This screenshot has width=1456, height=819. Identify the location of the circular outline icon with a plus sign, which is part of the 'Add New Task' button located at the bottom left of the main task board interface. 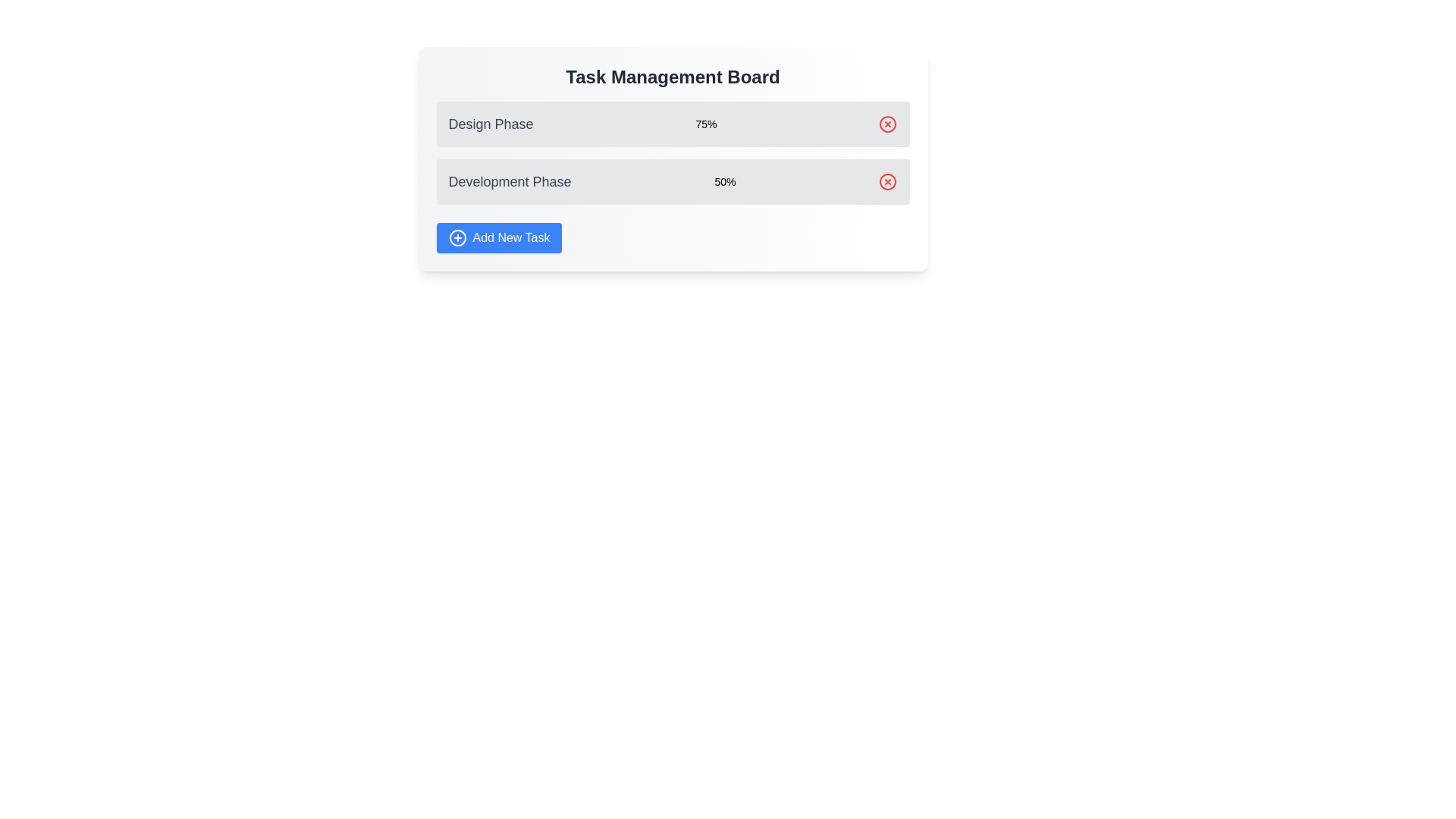
(457, 237).